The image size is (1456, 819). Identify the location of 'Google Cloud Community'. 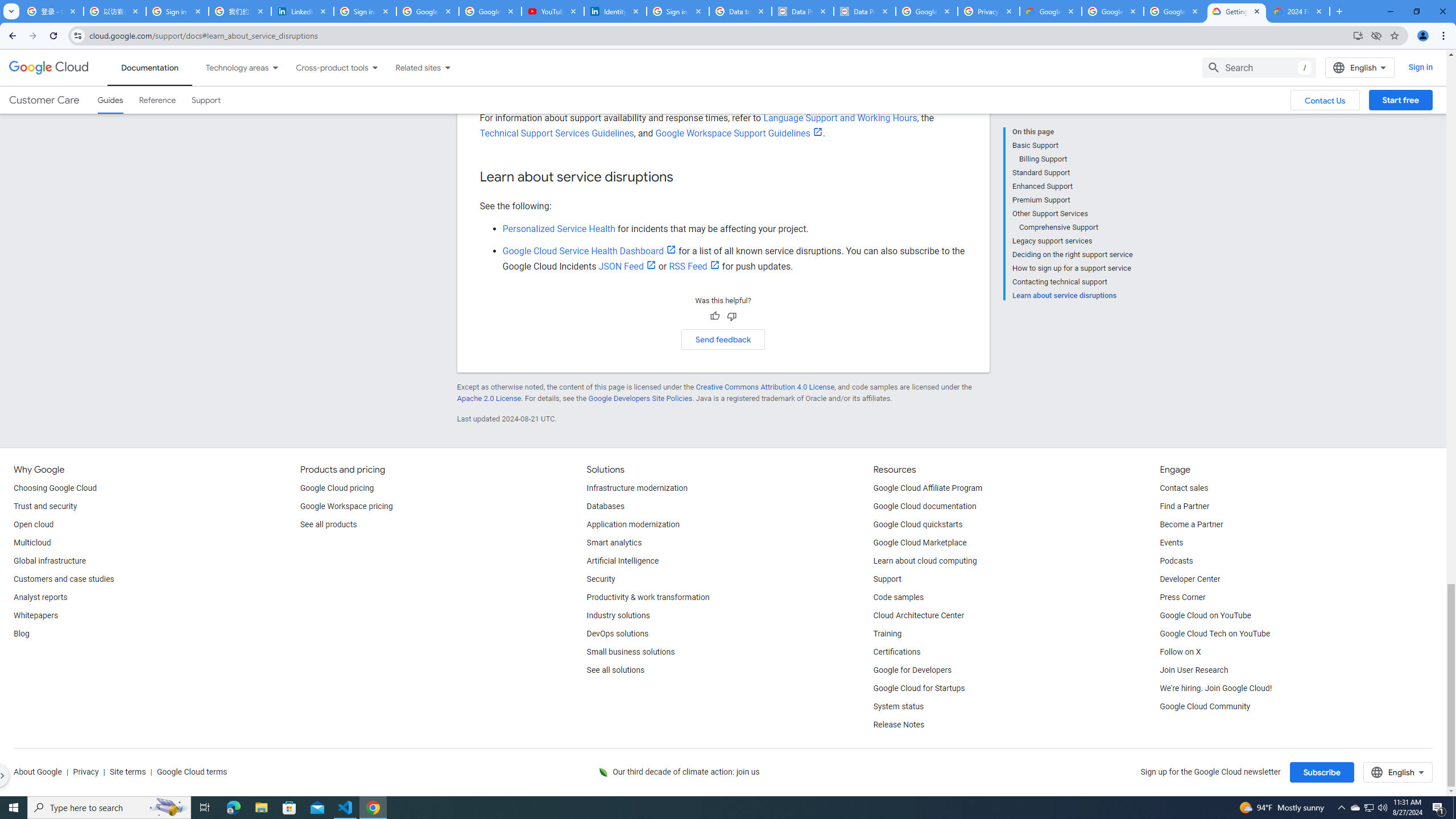
(1204, 706).